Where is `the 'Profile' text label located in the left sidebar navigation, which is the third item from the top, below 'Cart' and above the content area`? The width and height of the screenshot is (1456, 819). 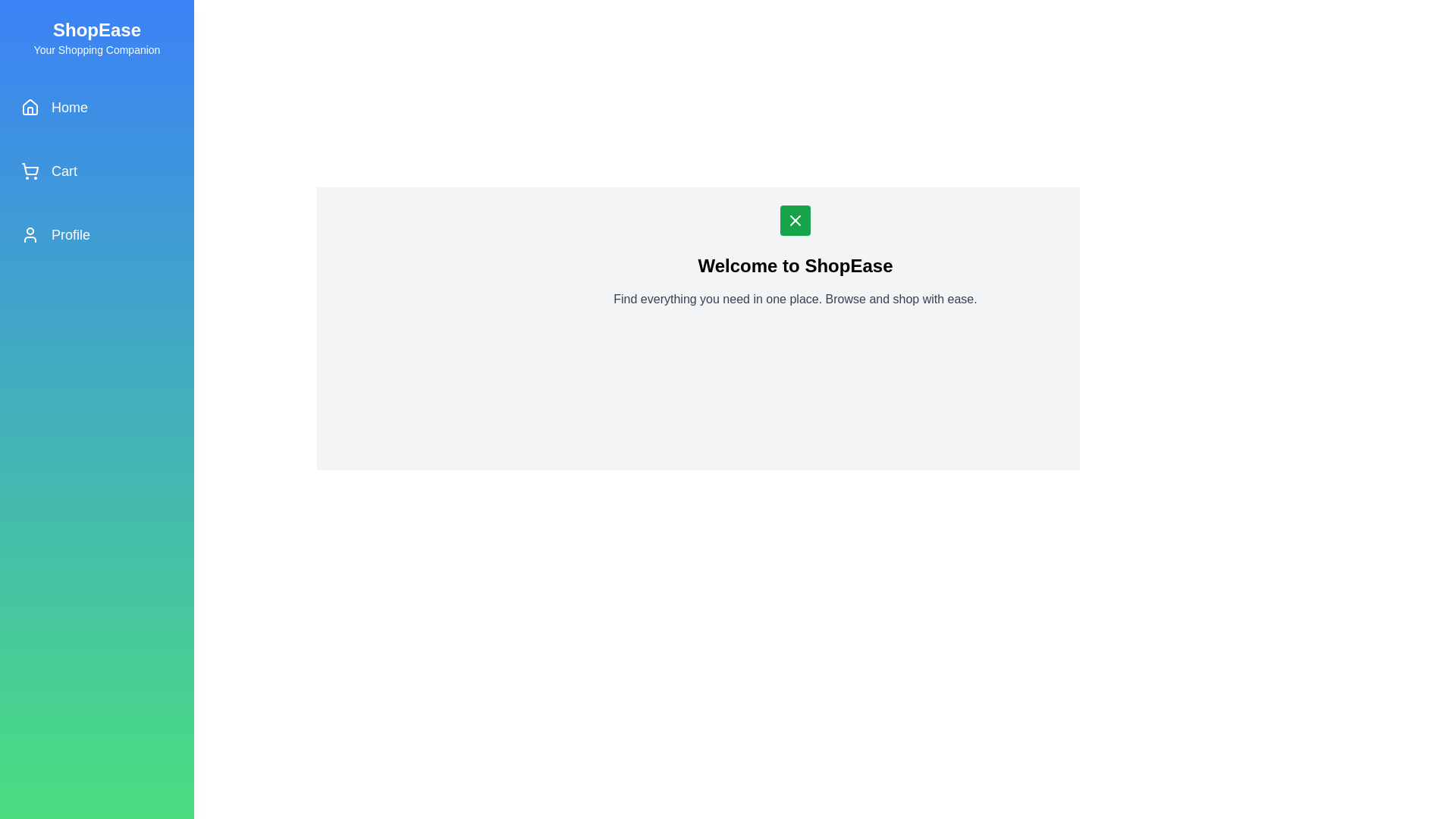 the 'Profile' text label located in the left sidebar navigation, which is the third item from the top, below 'Cart' and above the content area is located at coordinates (70, 234).